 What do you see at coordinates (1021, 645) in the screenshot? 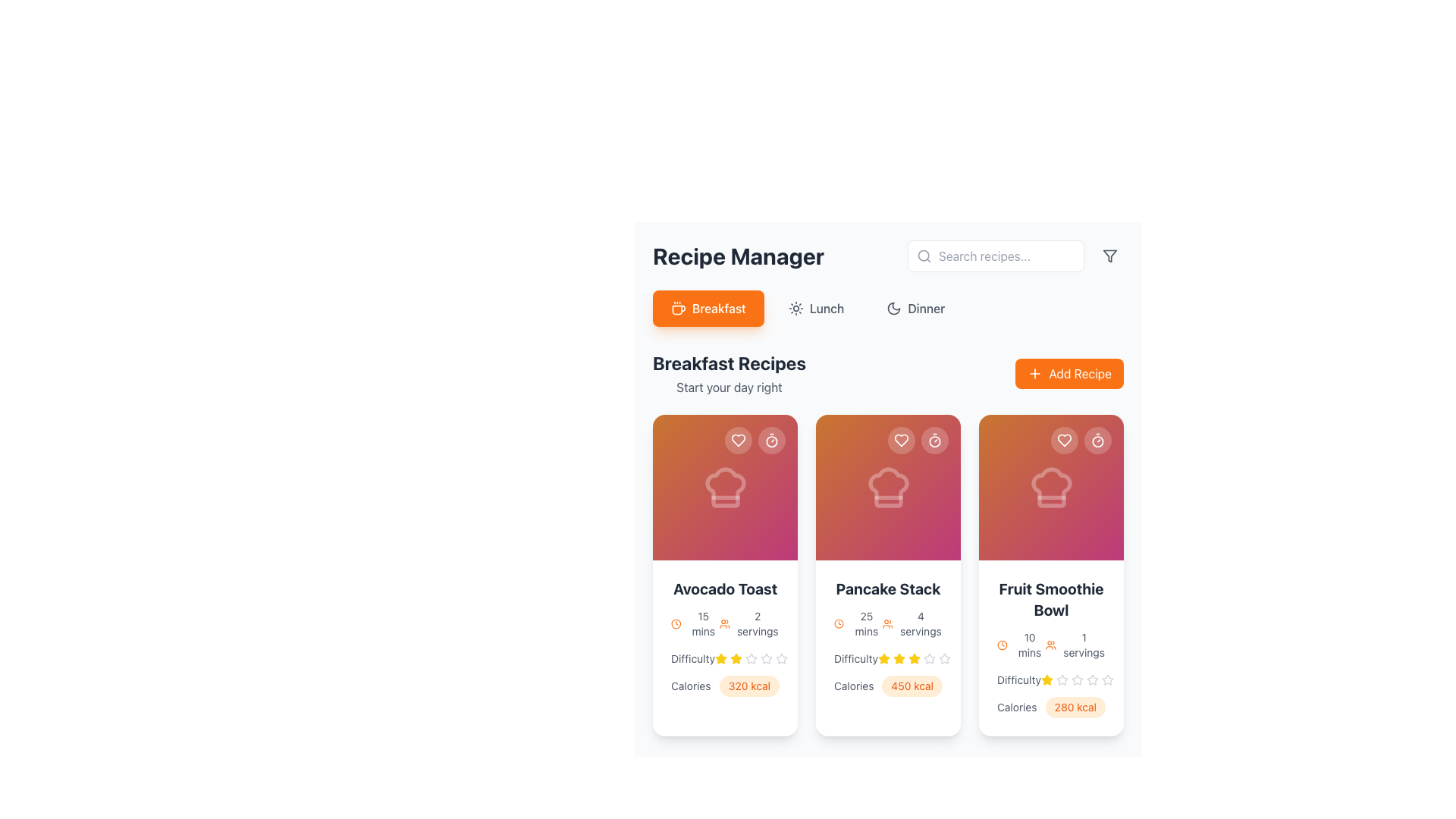
I see `the icon associated with the preparation time label indicating '10 minutes' located in the 'Fruit Smoothie Bowl' card, positioned above the 'Difficulty' and 'Calories' sections` at bounding box center [1021, 645].